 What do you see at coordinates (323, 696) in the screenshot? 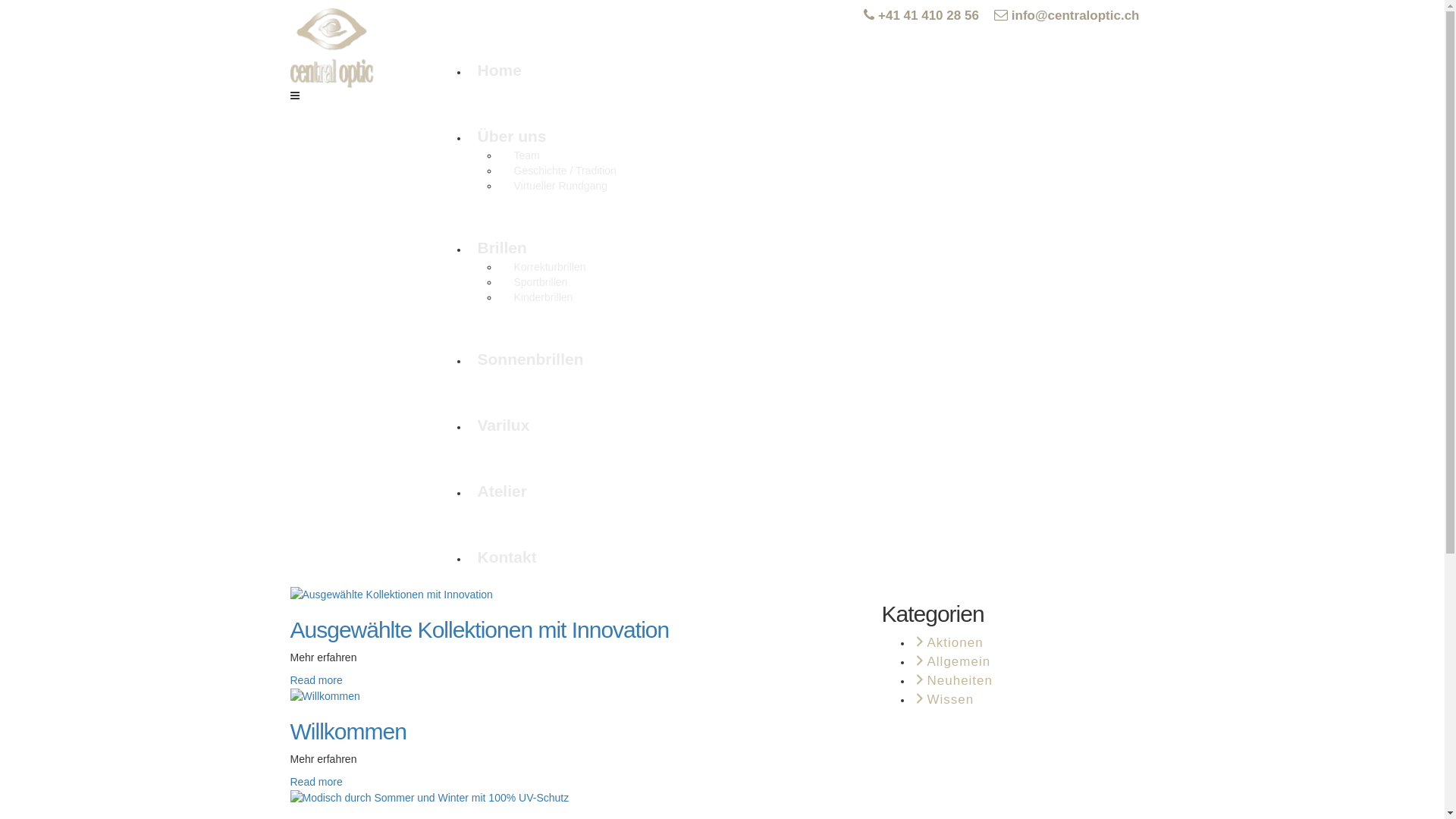
I see `'Willkommen'` at bounding box center [323, 696].